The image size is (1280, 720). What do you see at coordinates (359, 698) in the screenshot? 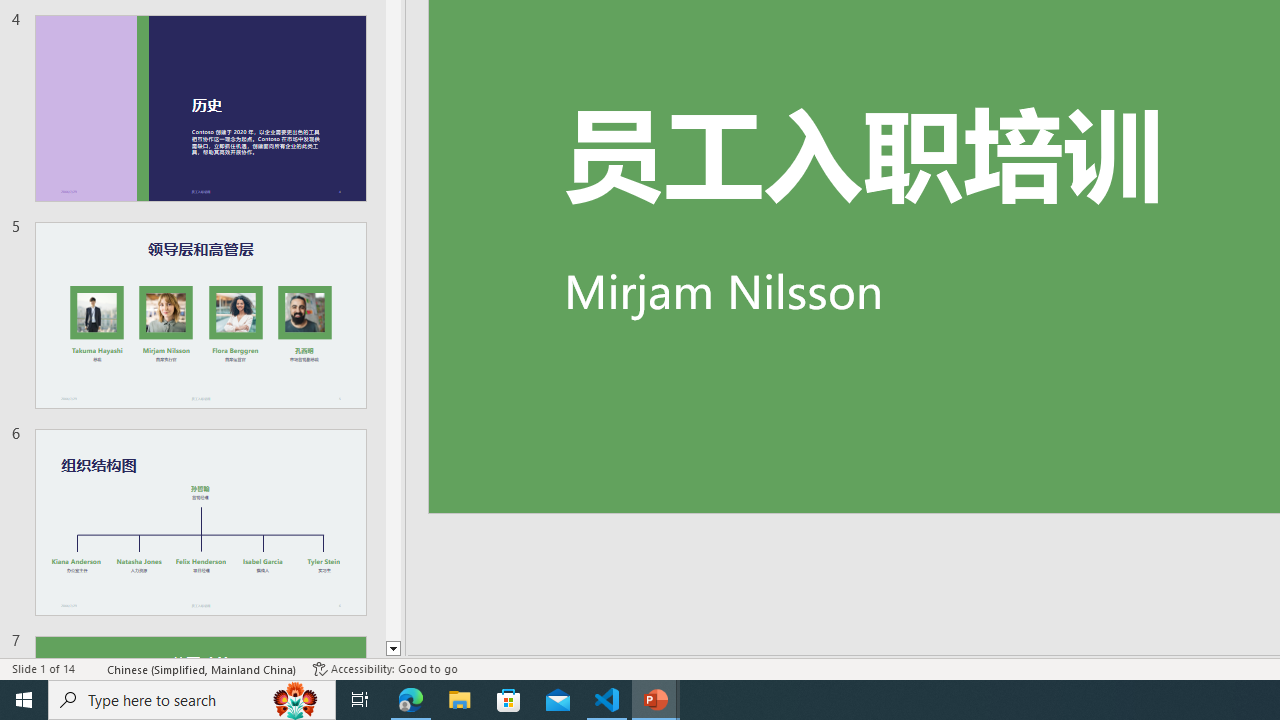
I see `'Task View'` at bounding box center [359, 698].